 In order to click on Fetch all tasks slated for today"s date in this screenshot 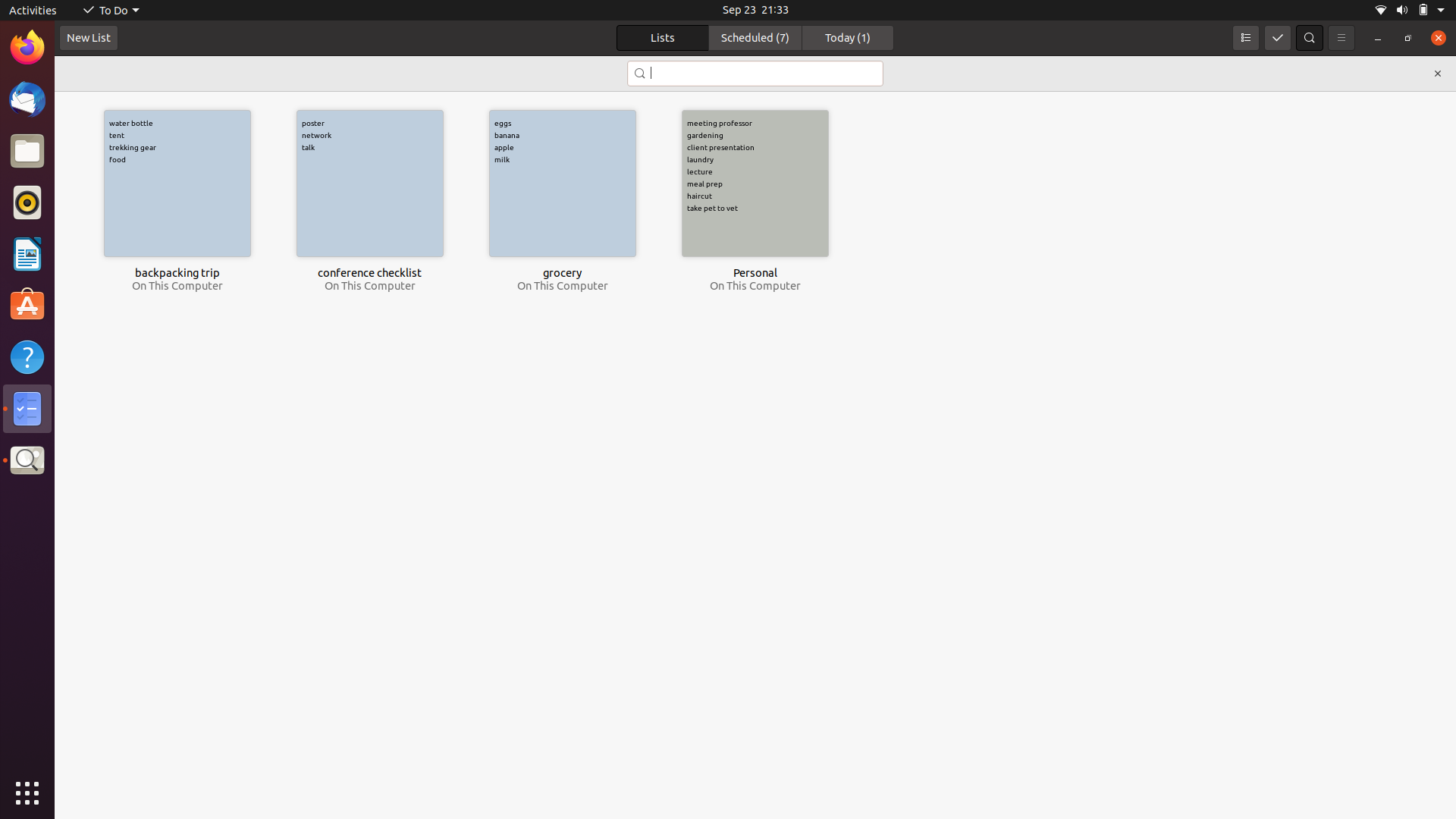, I will do `click(847, 37)`.